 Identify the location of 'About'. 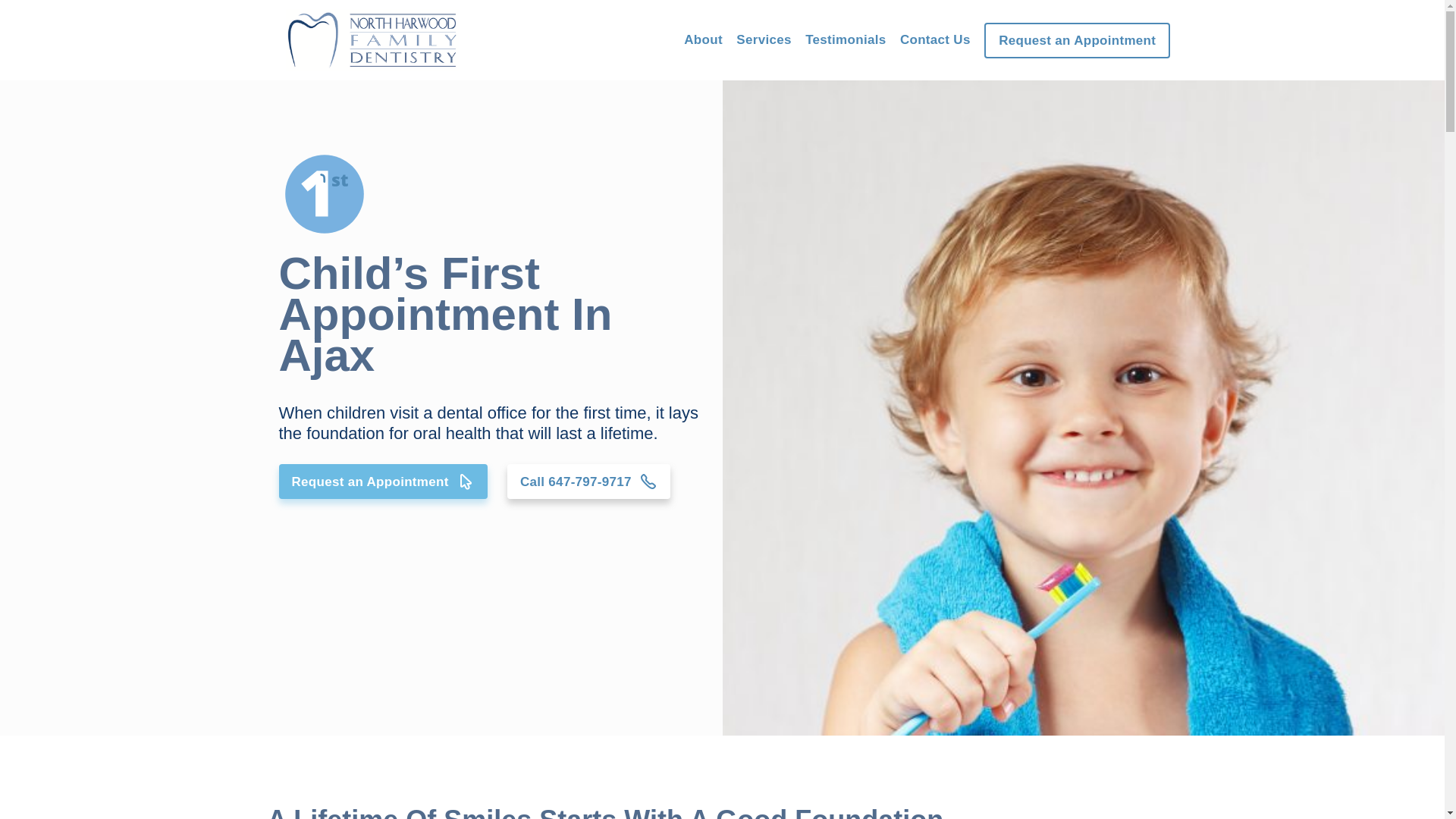
(702, 39).